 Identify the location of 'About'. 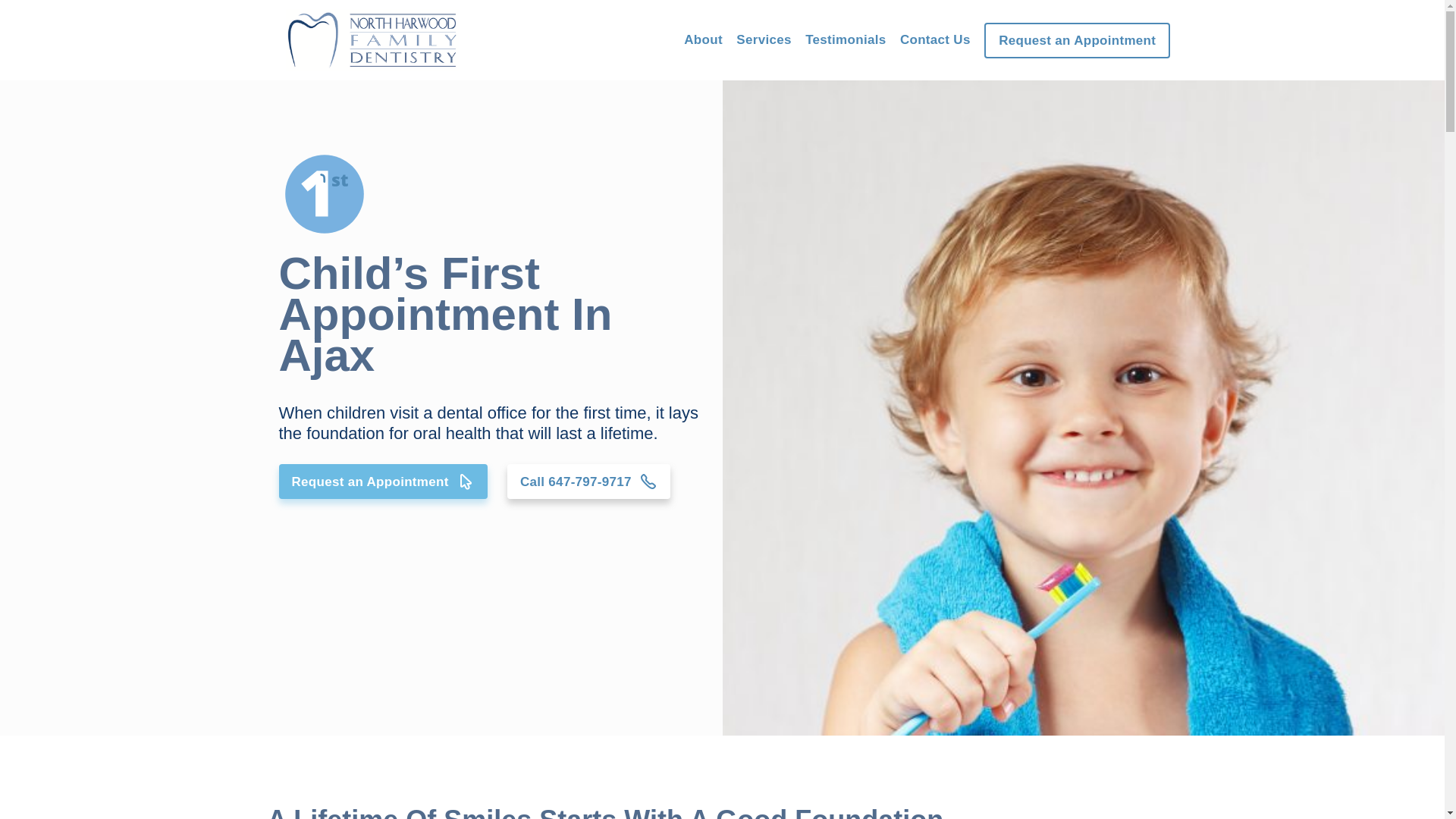
(702, 39).